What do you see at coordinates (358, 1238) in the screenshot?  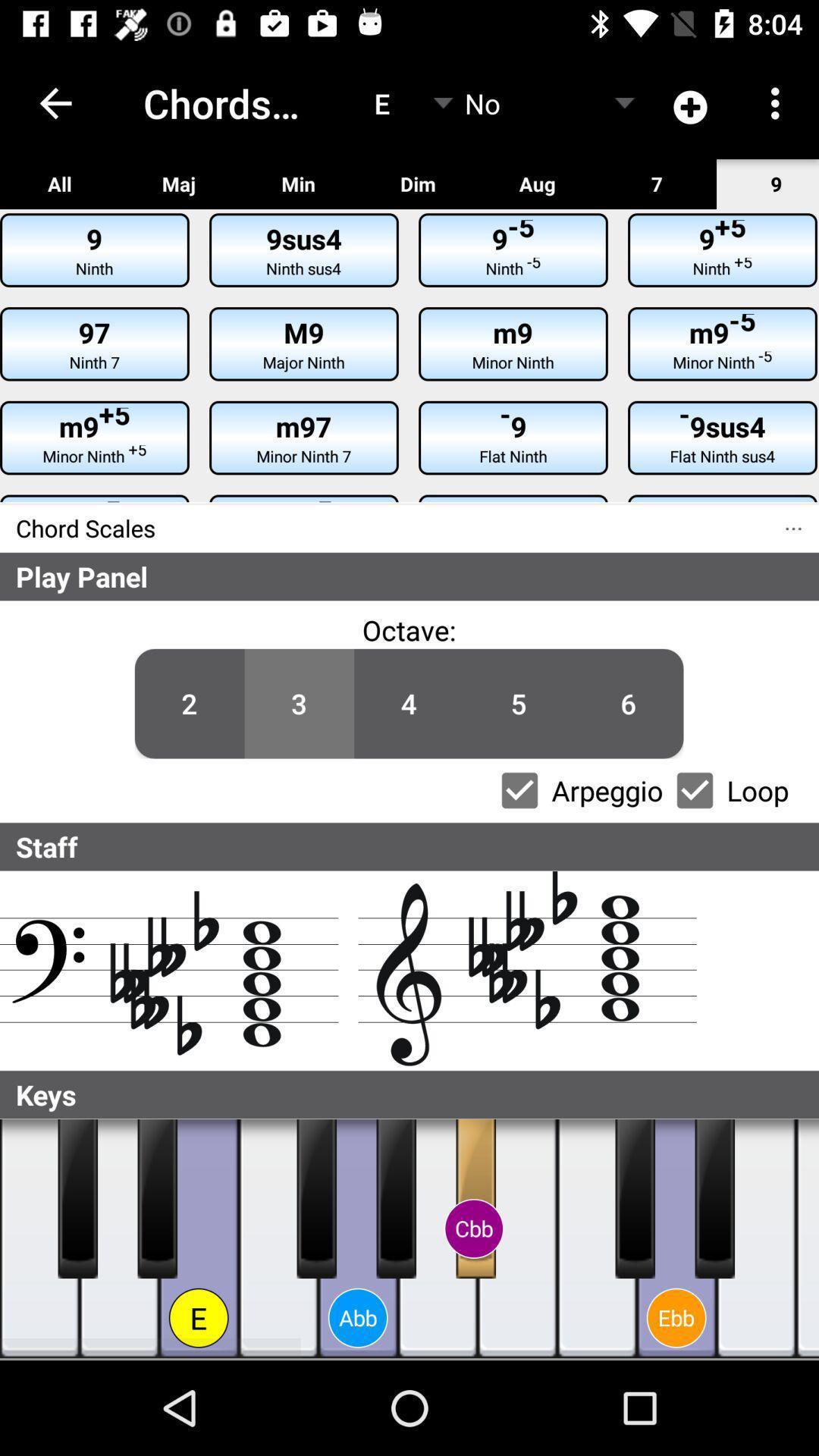 I see `the music key abb` at bounding box center [358, 1238].